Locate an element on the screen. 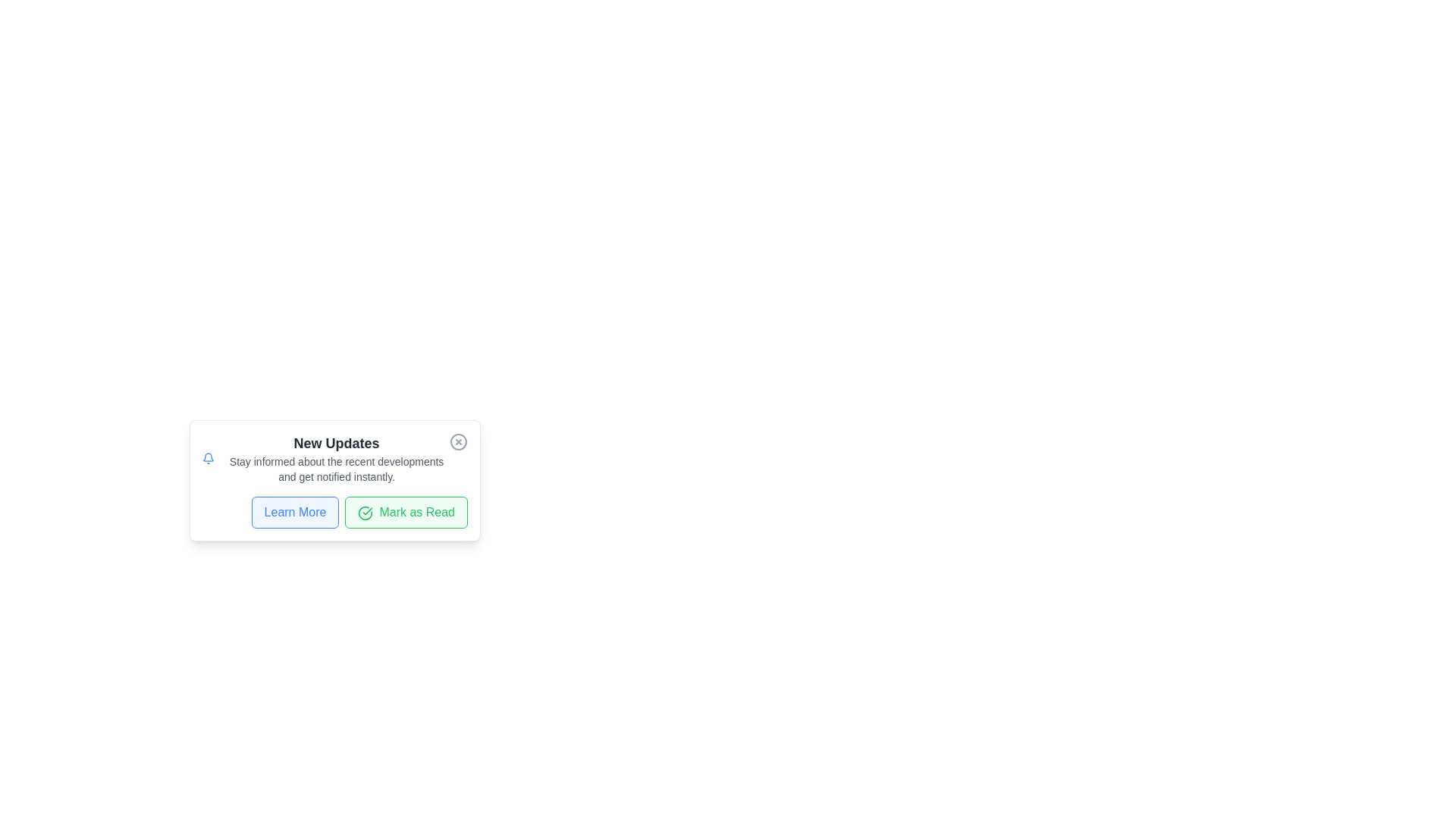  the decorative graphic (SVG circle) which is part of the close button icon located at the top-right corner of the notification card titled 'New Updates' is located at coordinates (457, 441).